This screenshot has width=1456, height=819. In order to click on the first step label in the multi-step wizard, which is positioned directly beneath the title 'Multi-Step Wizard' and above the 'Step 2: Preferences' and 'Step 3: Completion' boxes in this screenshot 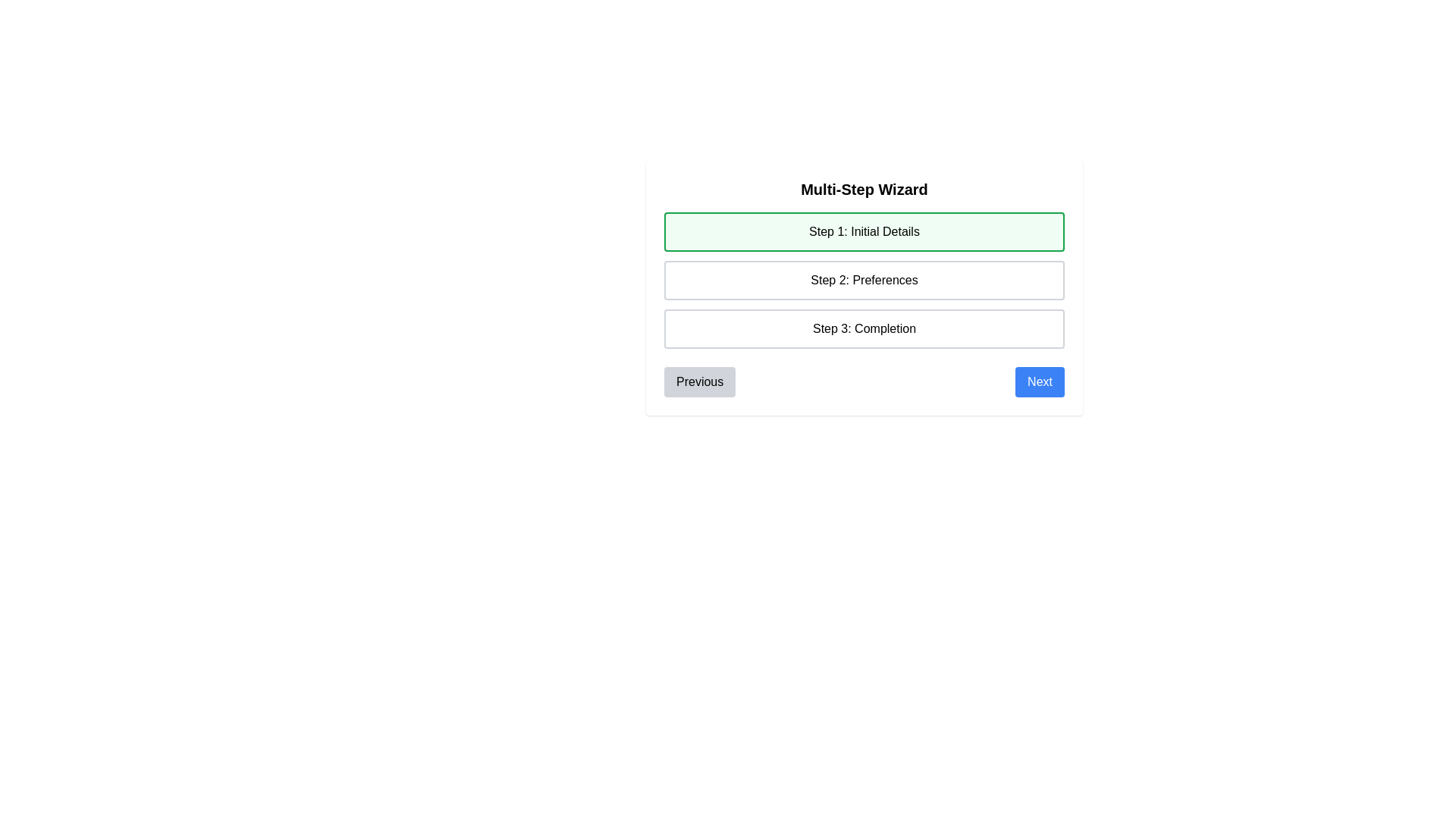, I will do `click(864, 231)`.